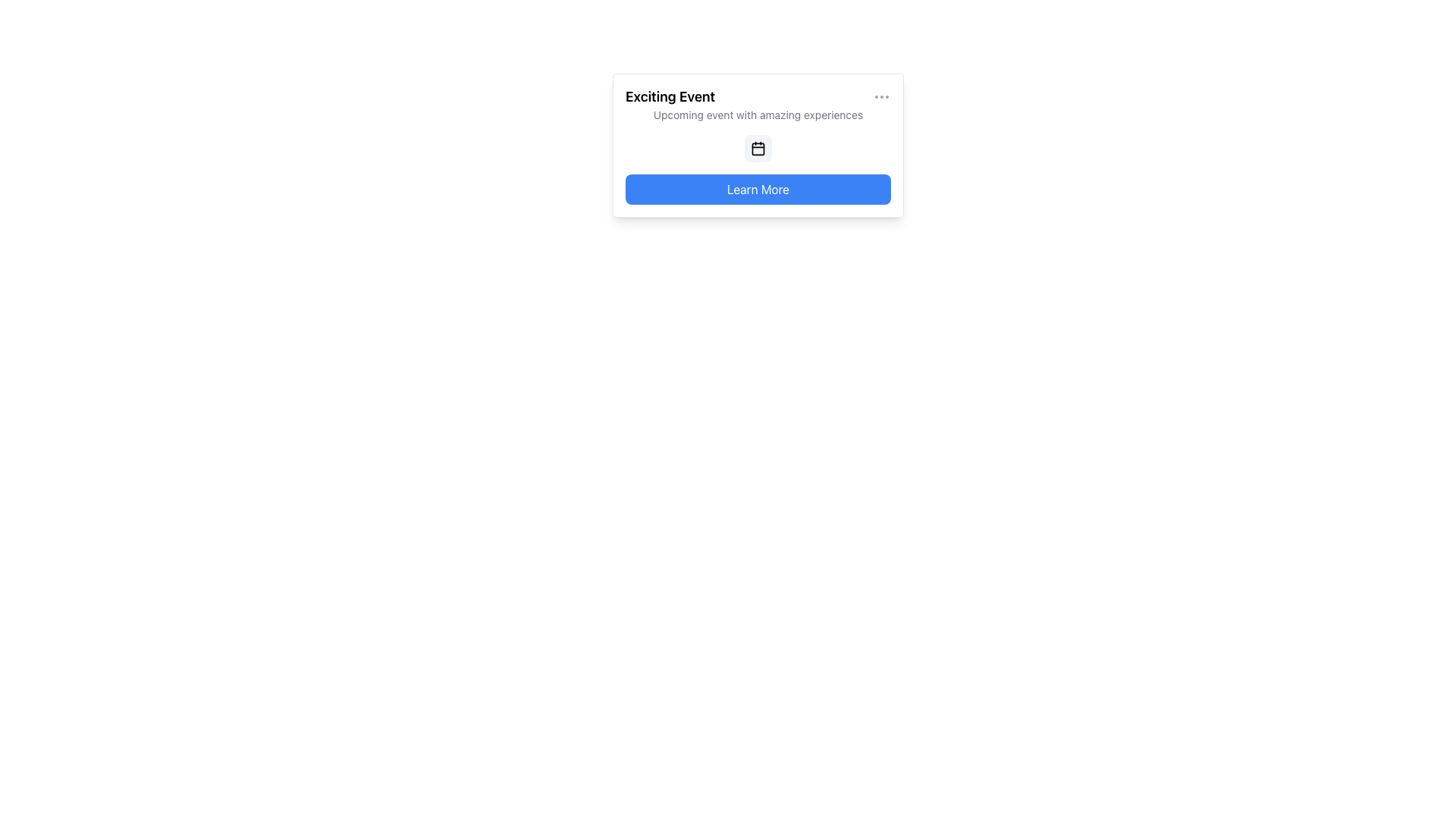 The height and width of the screenshot is (819, 1456). I want to click on the Horizontal Ellipsis Icon located in the upper-right corner of the card labeled 'Exciting Event' to show additional options, so click(881, 96).